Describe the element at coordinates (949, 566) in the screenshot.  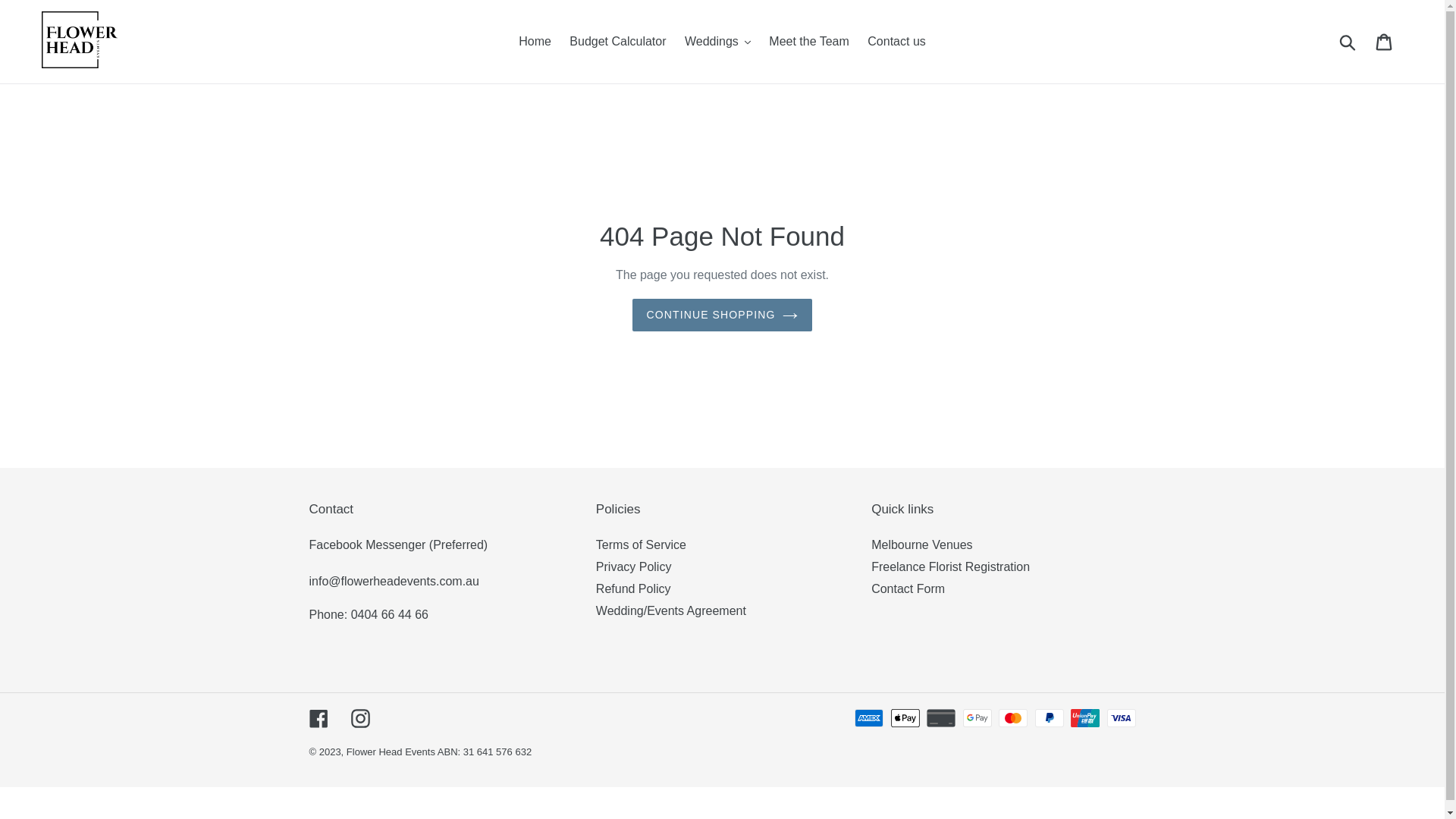
I see `'Freelance Florist Registration'` at that location.